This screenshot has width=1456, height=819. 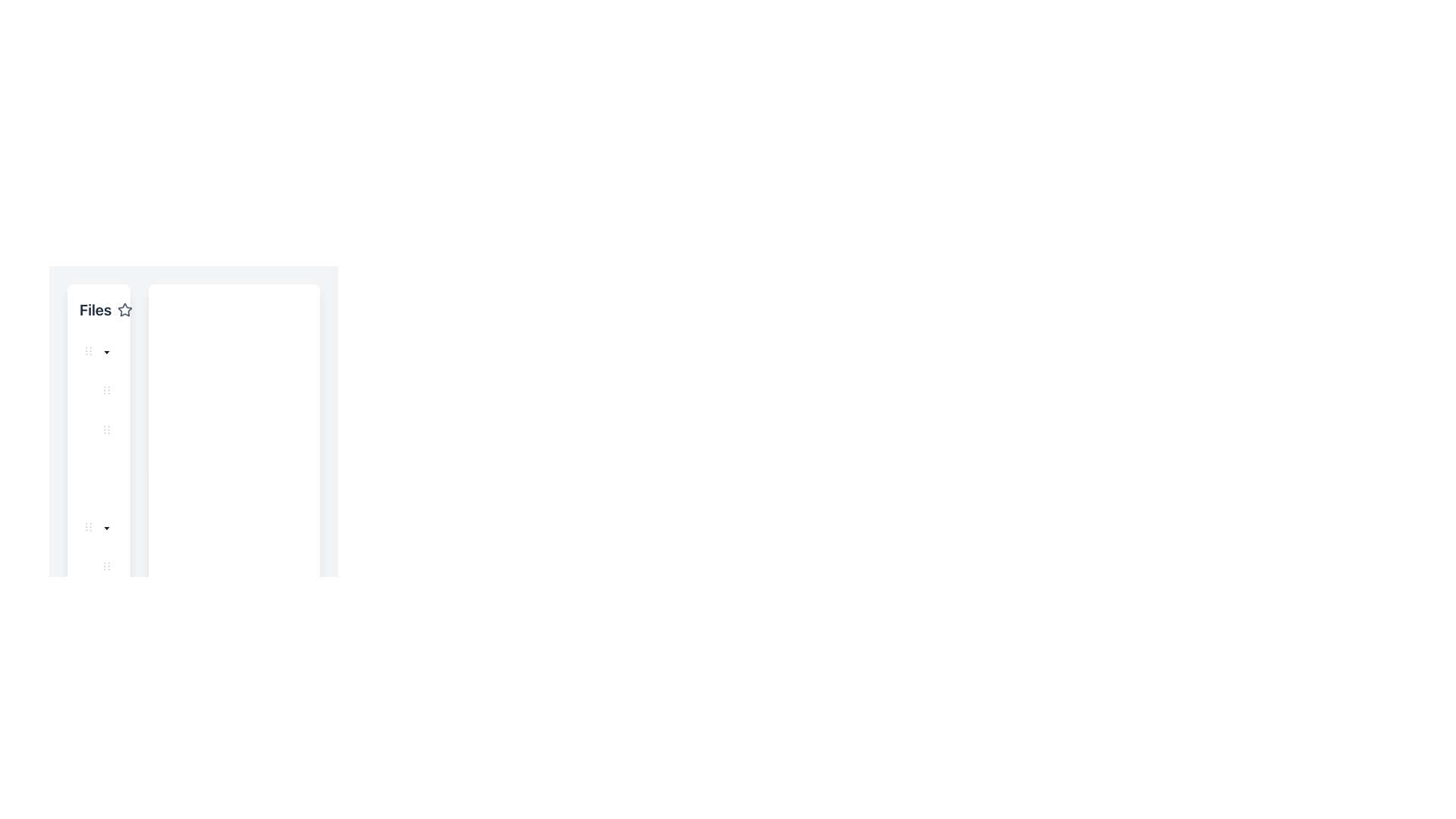 What do you see at coordinates (125, 309) in the screenshot?
I see `the star-shaped icon button located in the sidebar to the right of 'Files'` at bounding box center [125, 309].